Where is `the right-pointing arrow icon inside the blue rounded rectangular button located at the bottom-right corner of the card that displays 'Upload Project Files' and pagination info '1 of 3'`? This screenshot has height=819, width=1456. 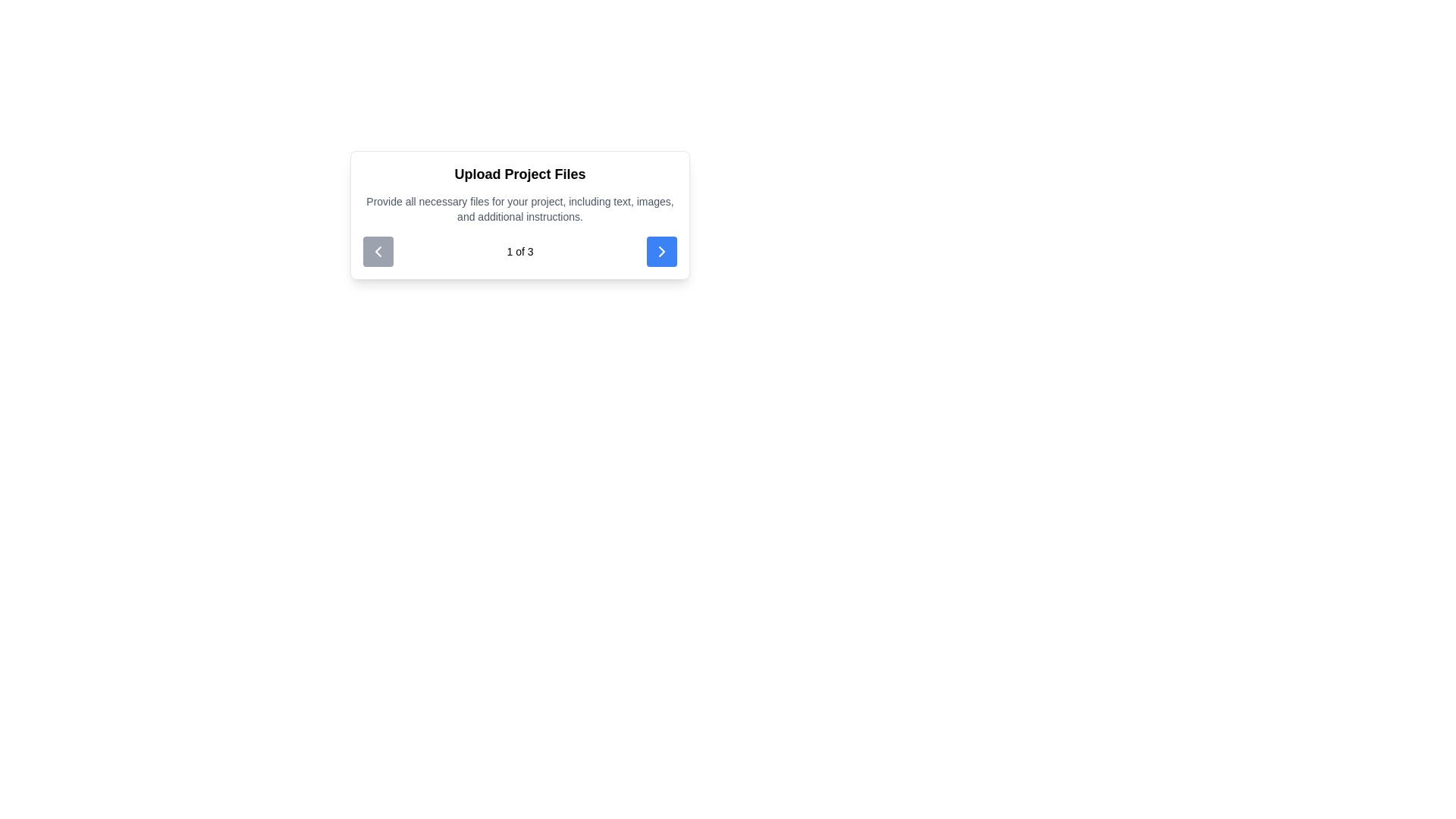 the right-pointing arrow icon inside the blue rounded rectangular button located at the bottom-right corner of the card that displays 'Upload Project Files' and pagination info '1 of 3' is located at coordinates (662, 250).